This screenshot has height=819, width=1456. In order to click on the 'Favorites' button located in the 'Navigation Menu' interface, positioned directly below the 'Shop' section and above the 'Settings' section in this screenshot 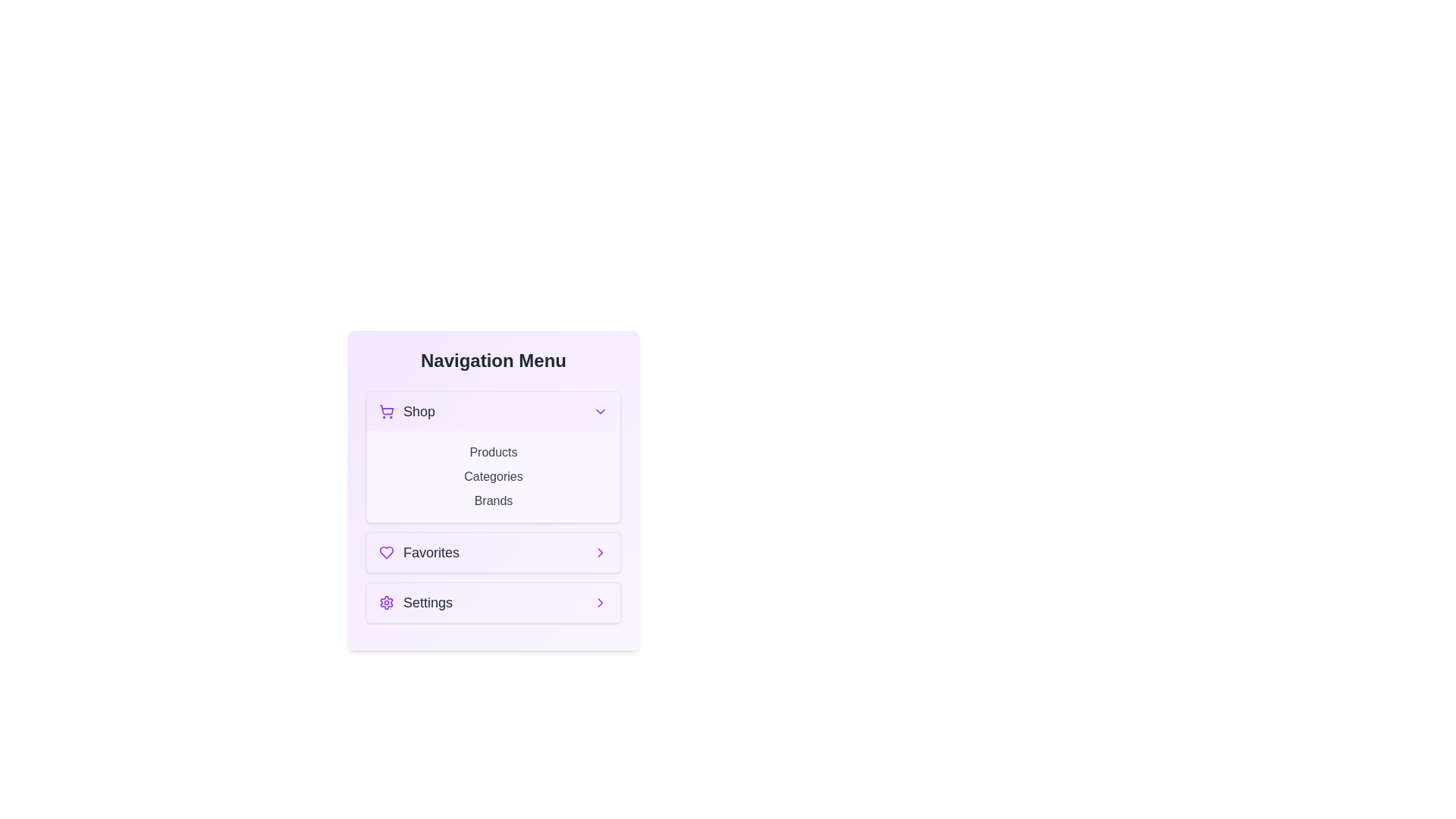, I will do `click(494, 553)`.